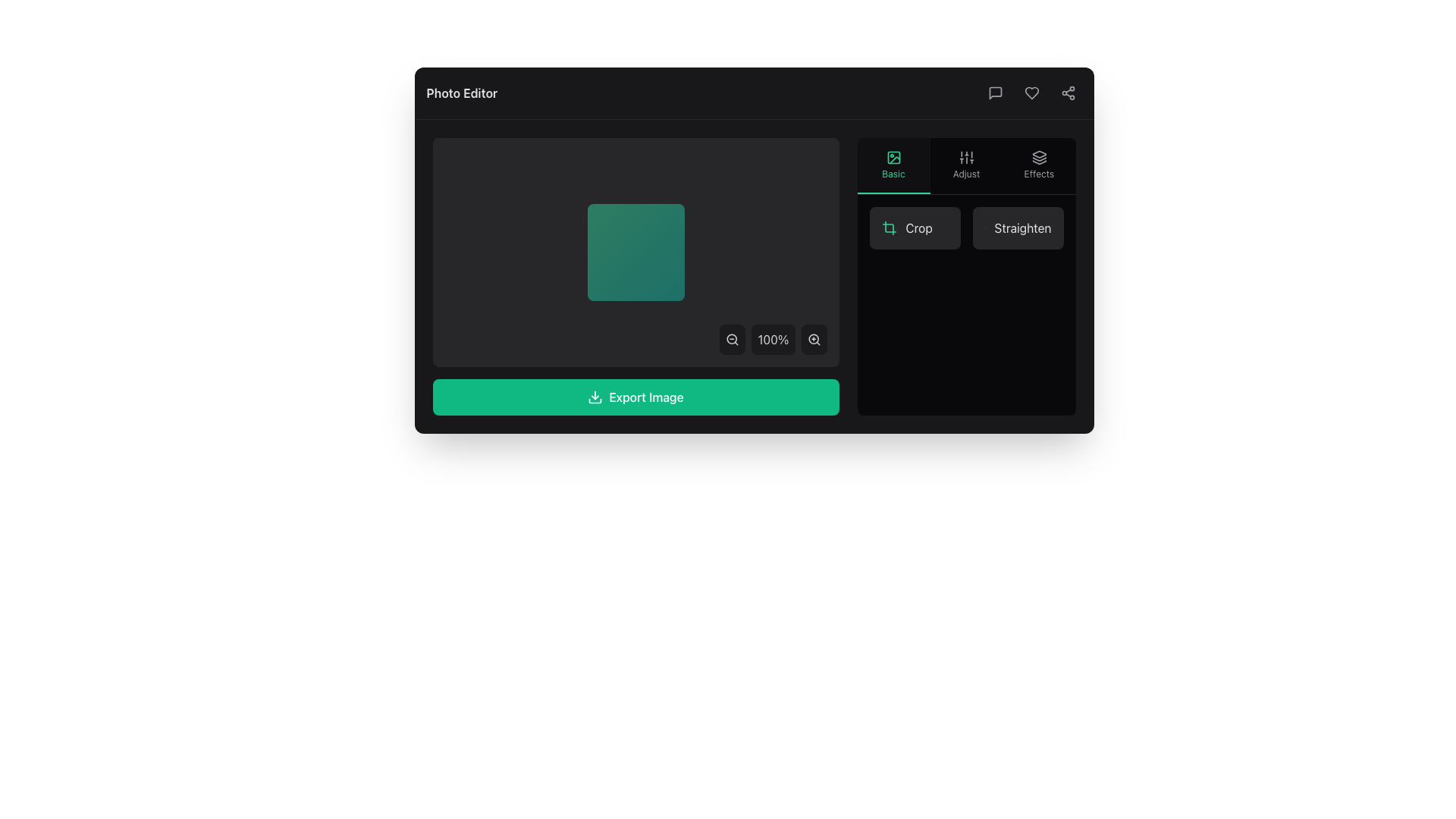  I want to click on the vertical sliders control icon located second from the left in the 'Adjust' section of the toolbar on the right side of the interface, so click(965, 158).